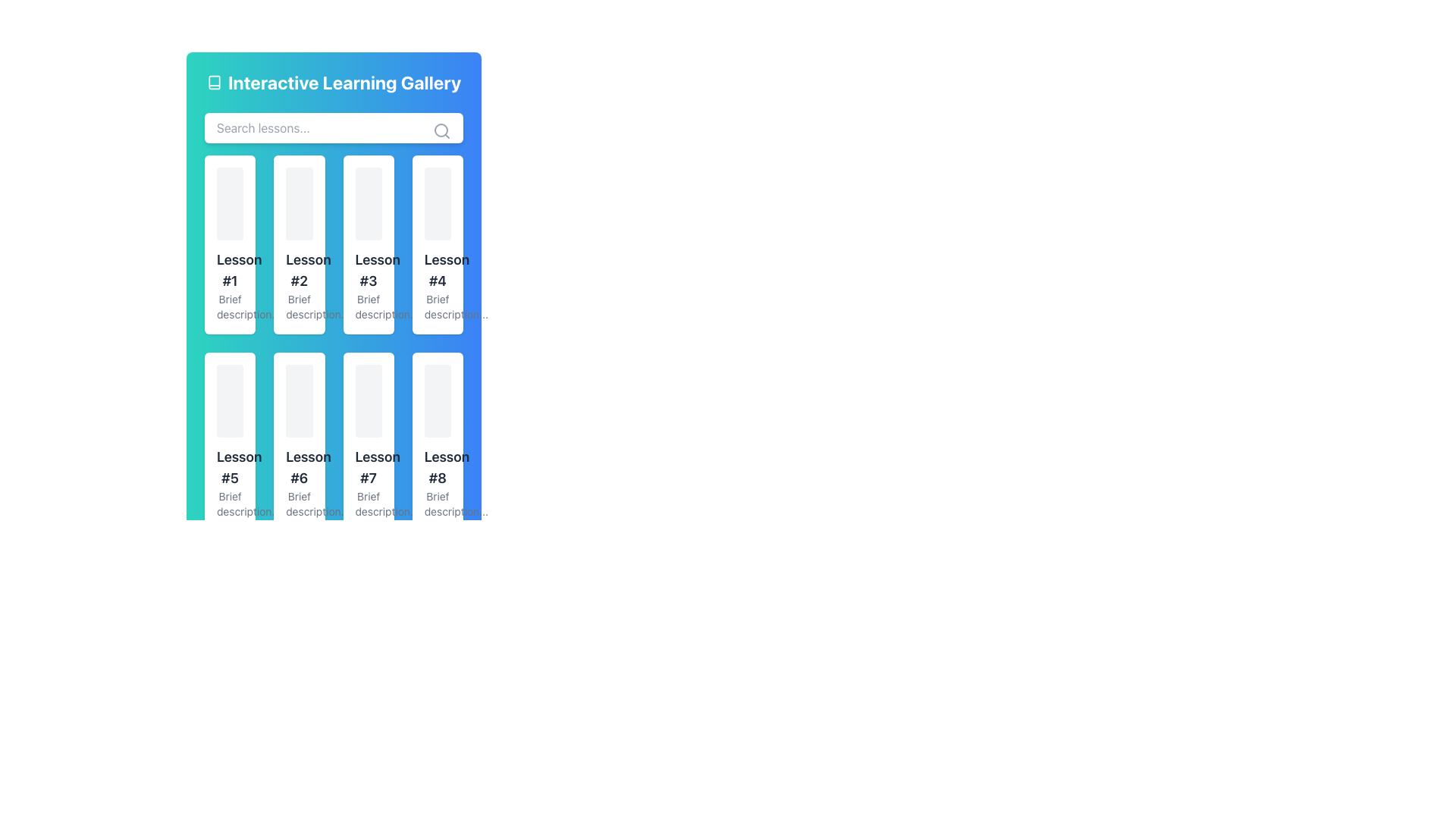 The width and height of the screenshot is (1456, 819). I want to click on text displayed by the descriptive snippet label located below the title 'Lesson #8' in the lesson card, so click(437, 504).